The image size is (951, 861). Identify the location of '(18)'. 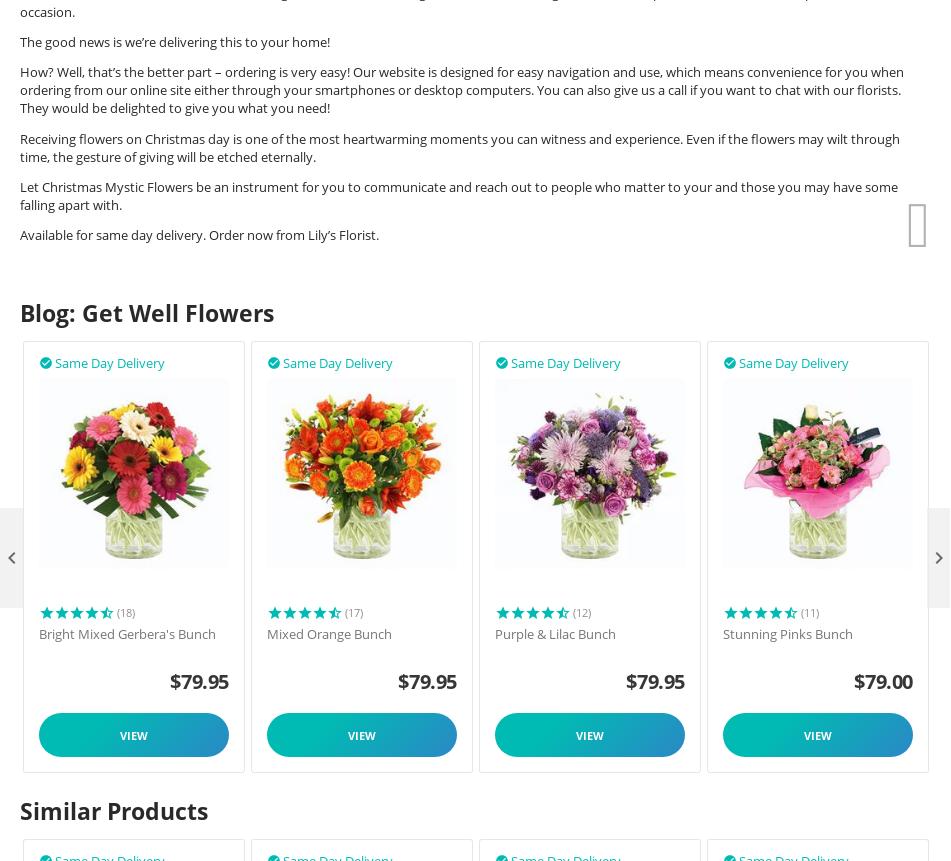
(126, 611).